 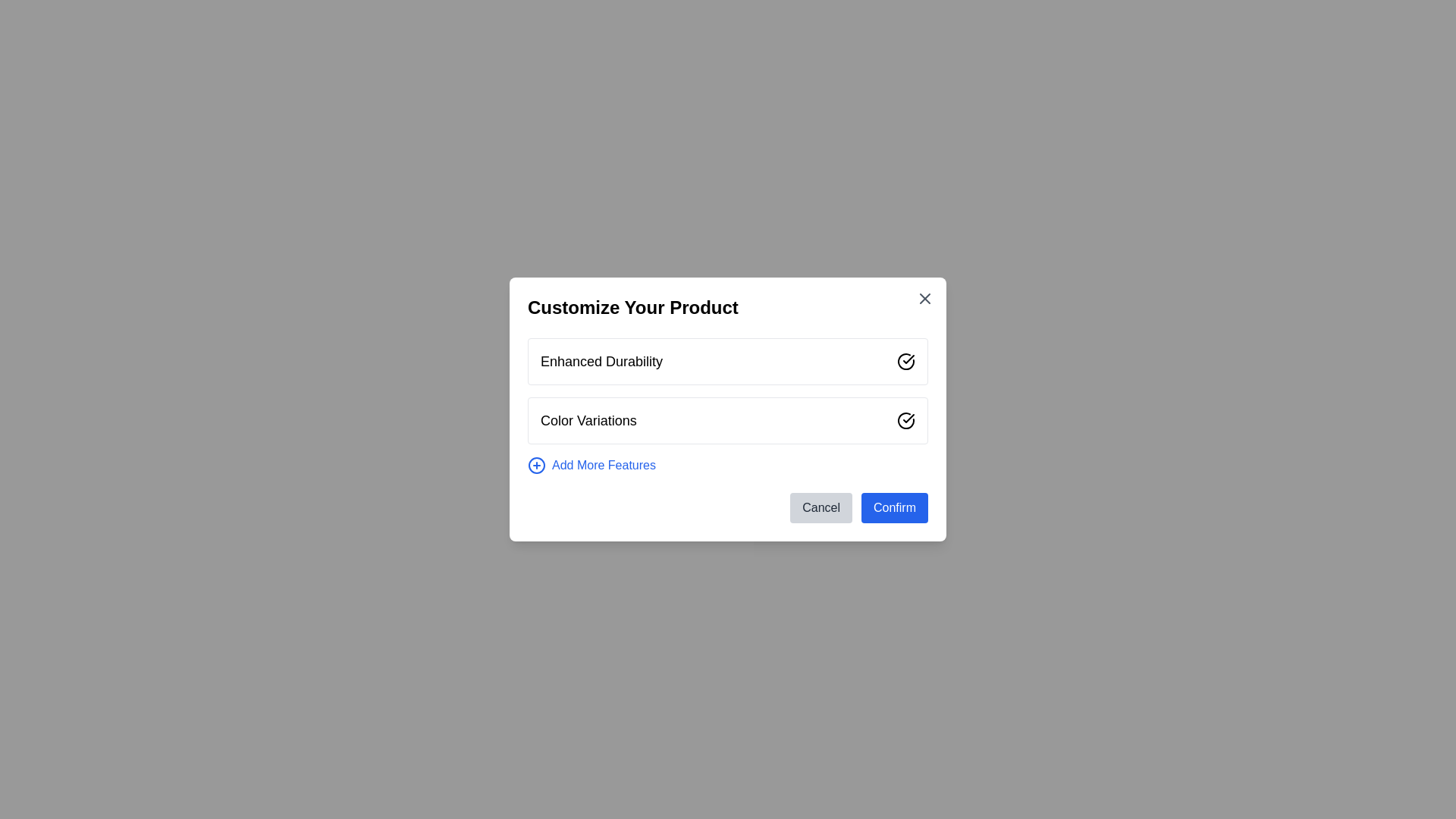 I want to click on the visual state of the confirmation icon for the 'Enhanced Durability' option, which is located in the upper segment of a modal and signifies selection or confirmation, so click(x=908, y=359).